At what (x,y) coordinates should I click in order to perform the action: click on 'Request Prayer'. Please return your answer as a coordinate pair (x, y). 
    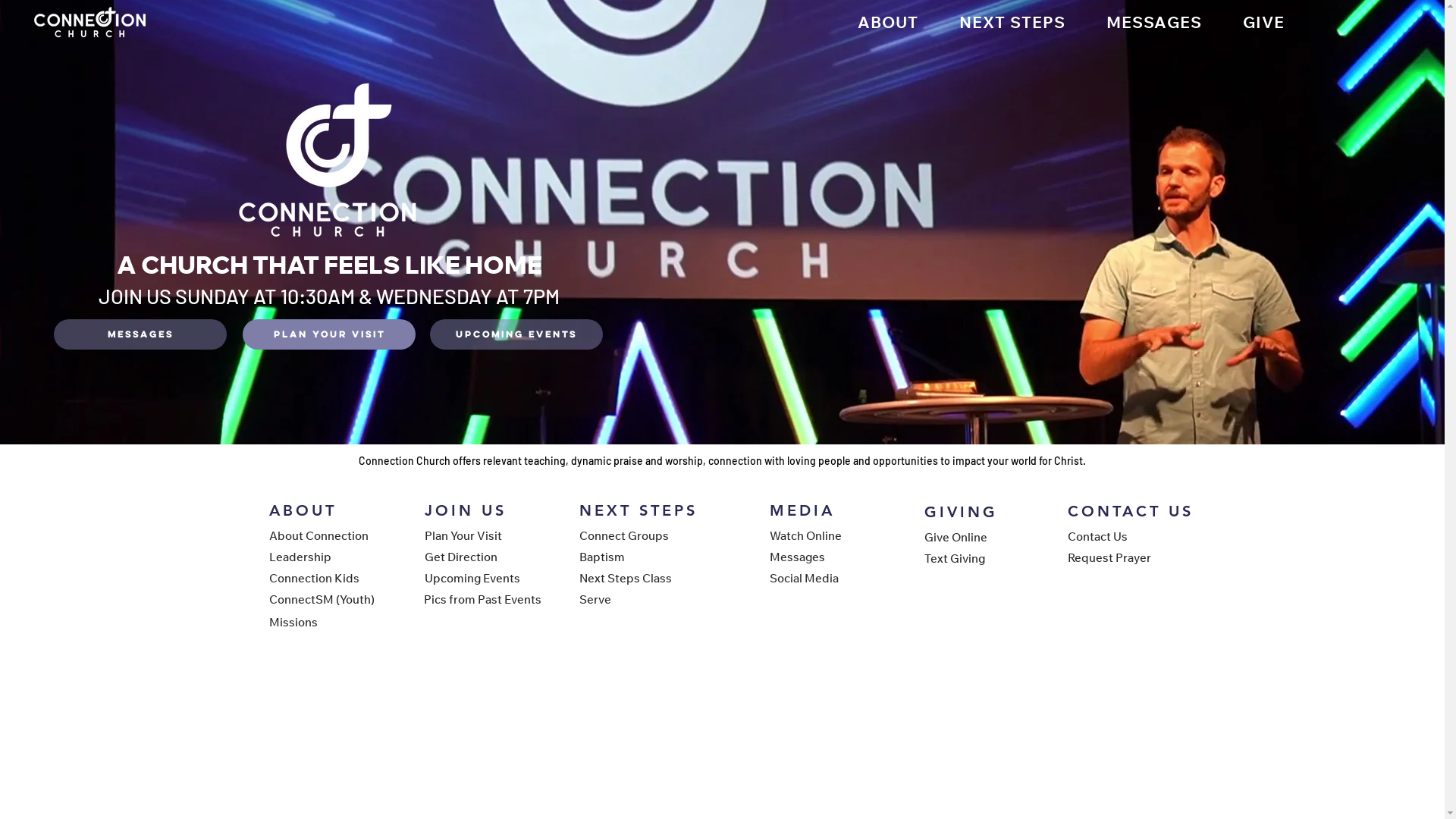
    Looking at the image, I should click on (1121, 557).